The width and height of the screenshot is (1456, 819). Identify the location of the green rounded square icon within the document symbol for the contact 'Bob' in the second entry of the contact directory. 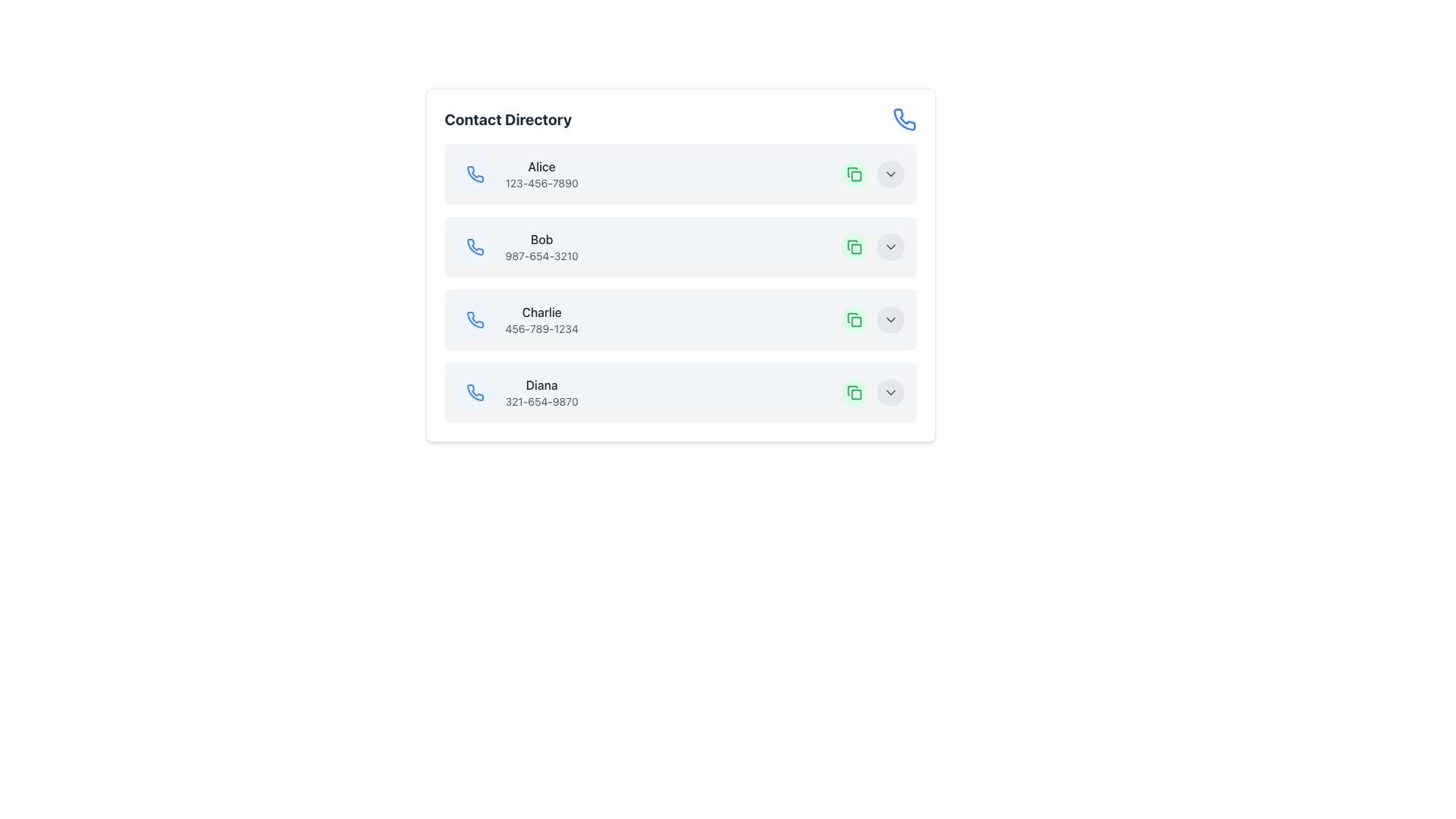
(855, 248).